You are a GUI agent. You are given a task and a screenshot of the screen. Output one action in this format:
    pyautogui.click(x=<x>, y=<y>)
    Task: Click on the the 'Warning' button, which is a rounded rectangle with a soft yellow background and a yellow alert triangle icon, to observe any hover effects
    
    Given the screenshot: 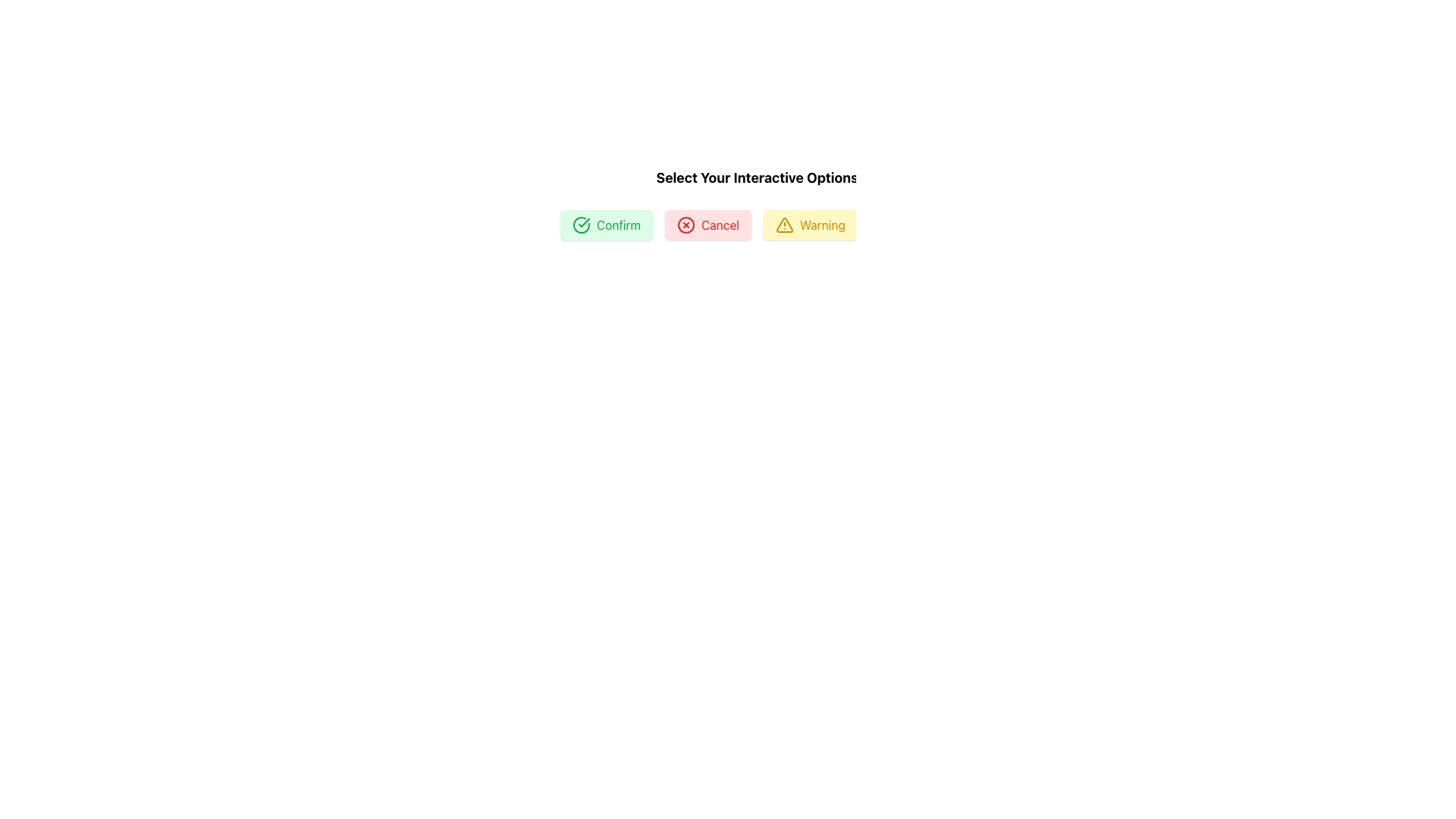 What is the action you would take?
    pyautogui.click(x=809, y=225)
    